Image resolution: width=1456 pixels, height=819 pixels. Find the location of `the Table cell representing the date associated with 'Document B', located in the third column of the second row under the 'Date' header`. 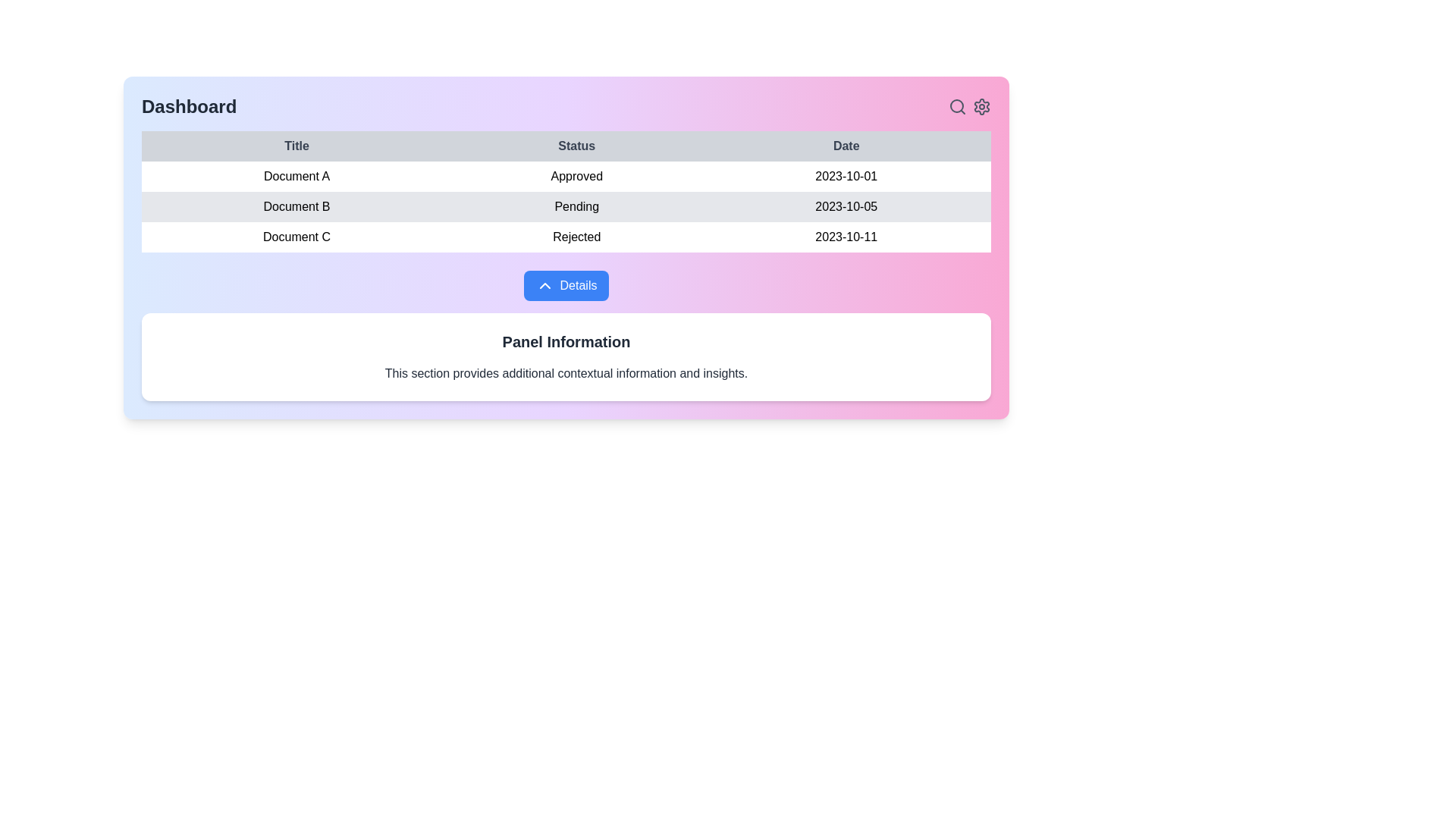

the Table cell representing the date associated with 'Document B', located in the third column of the second row under the 'Date' header is located at coordinates (846, 207).